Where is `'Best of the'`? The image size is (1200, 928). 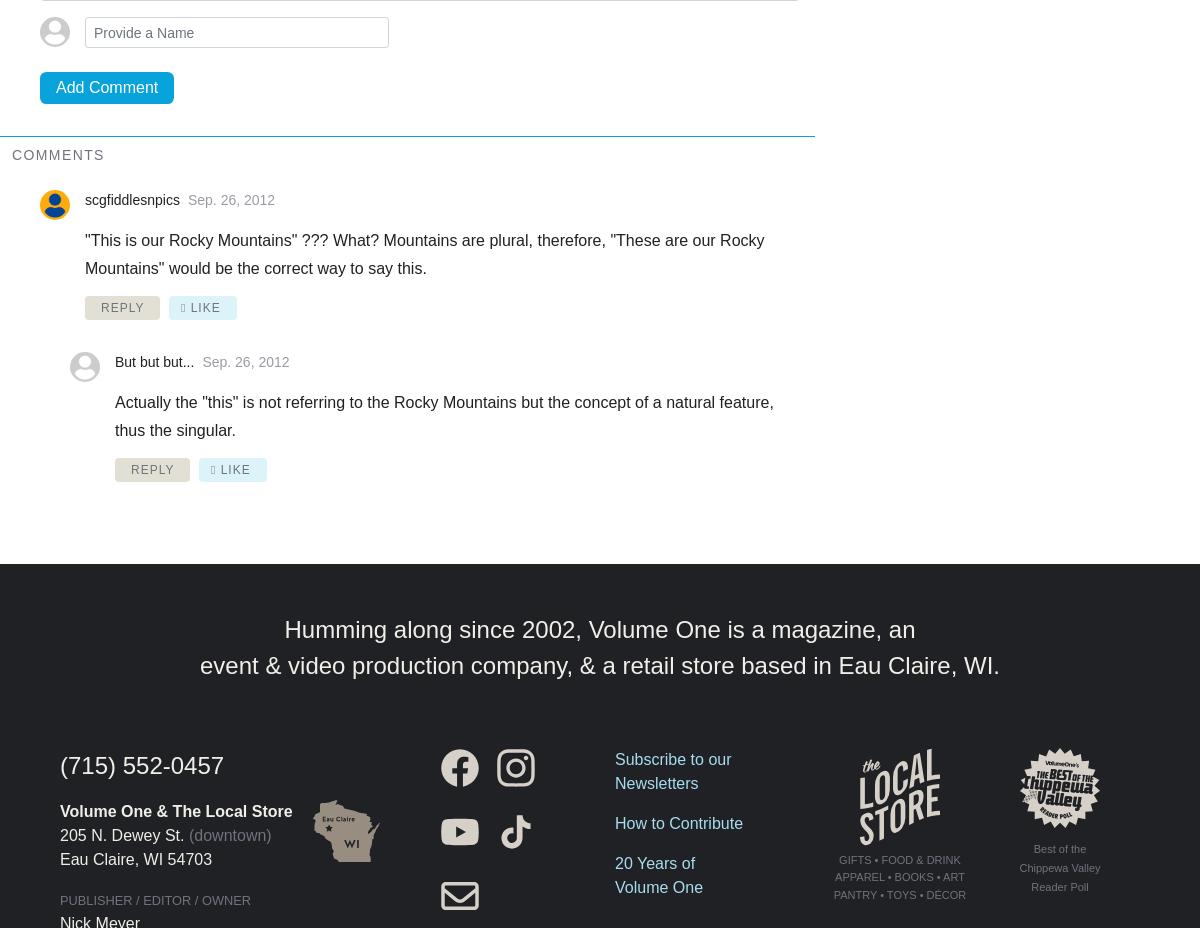
'Best of the' is located at coordinates (1032, 848).